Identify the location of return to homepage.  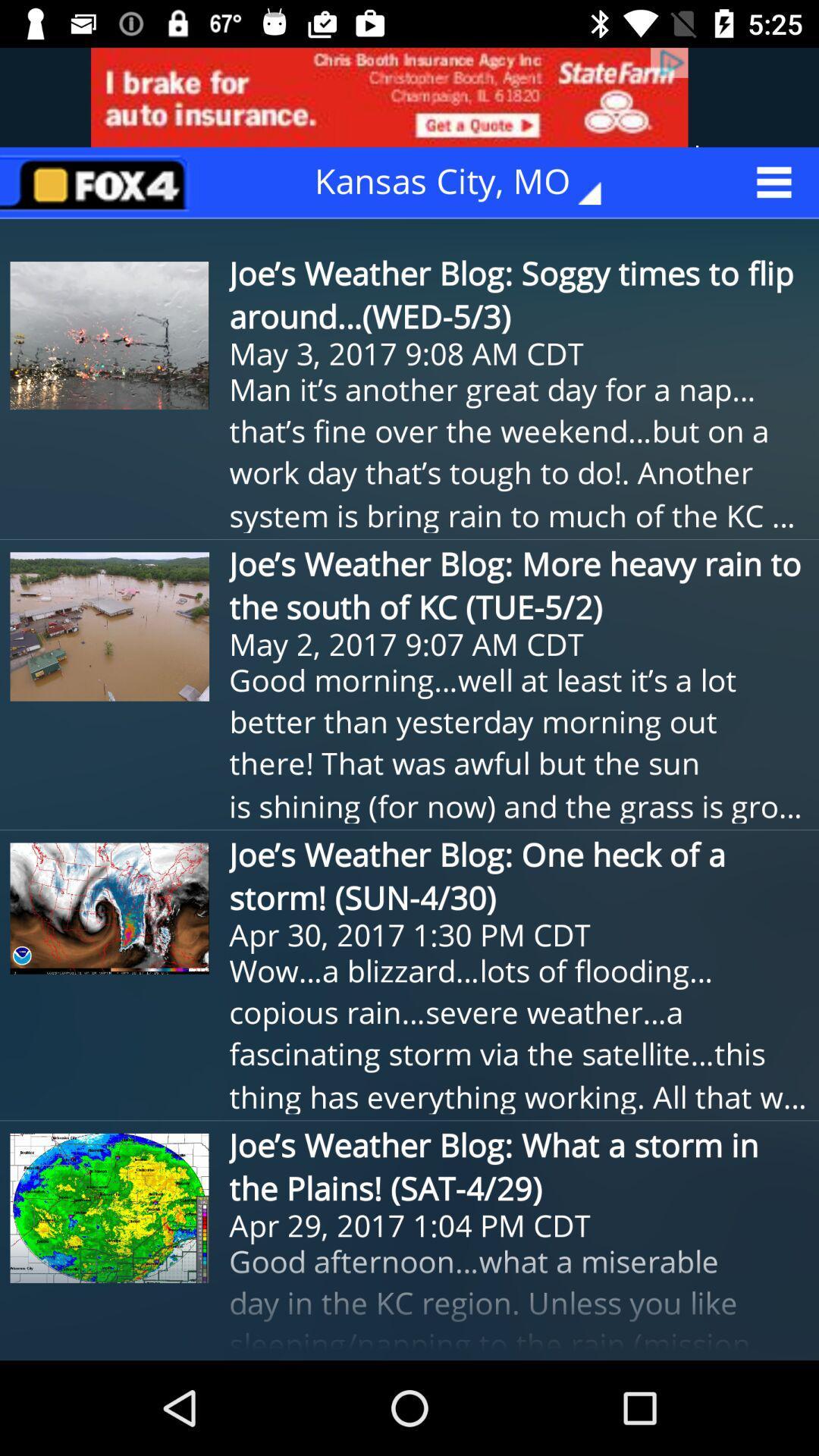
(99, 182).